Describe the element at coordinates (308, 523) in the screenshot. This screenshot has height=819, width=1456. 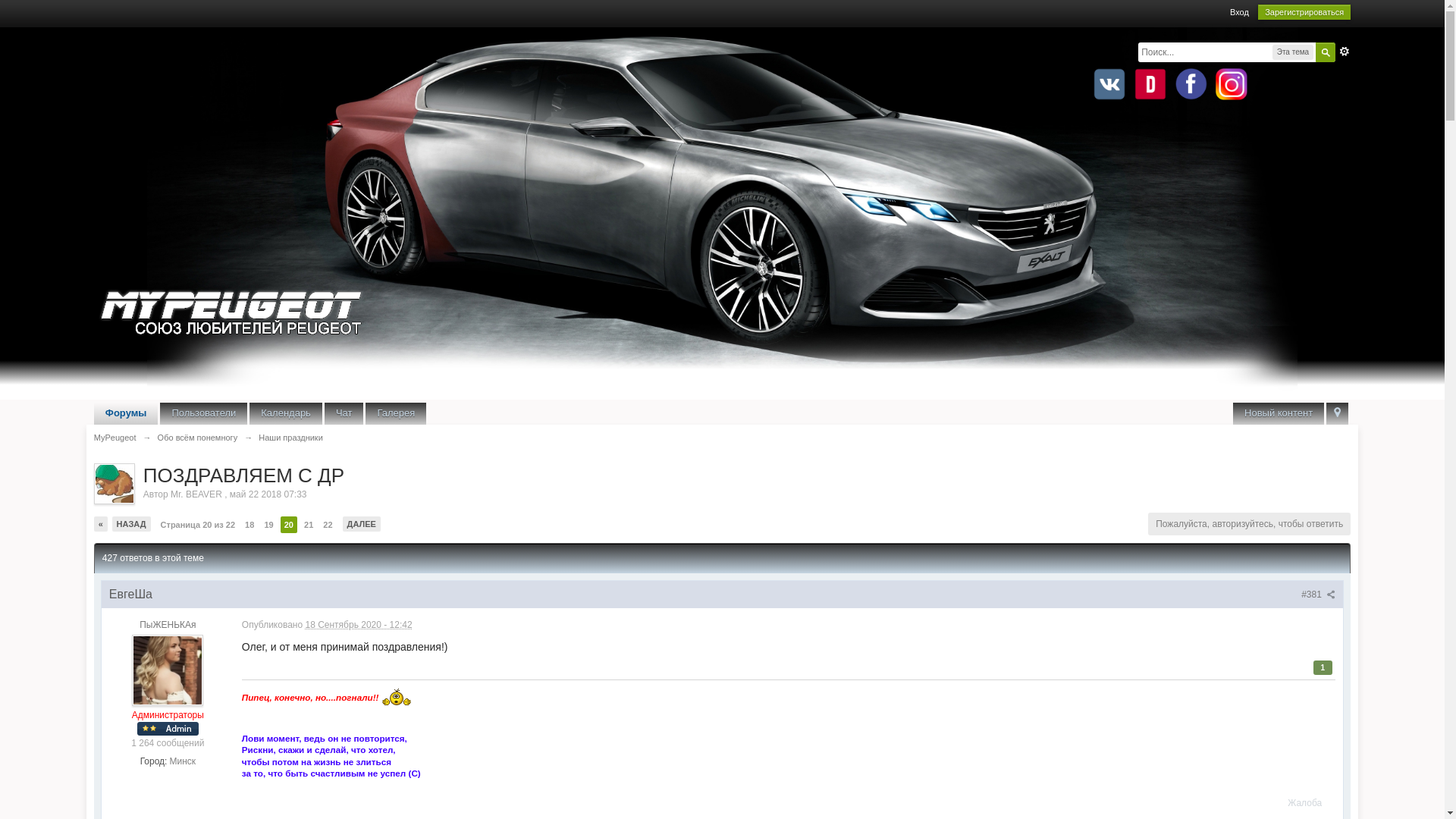
I see `'21'` at that location.